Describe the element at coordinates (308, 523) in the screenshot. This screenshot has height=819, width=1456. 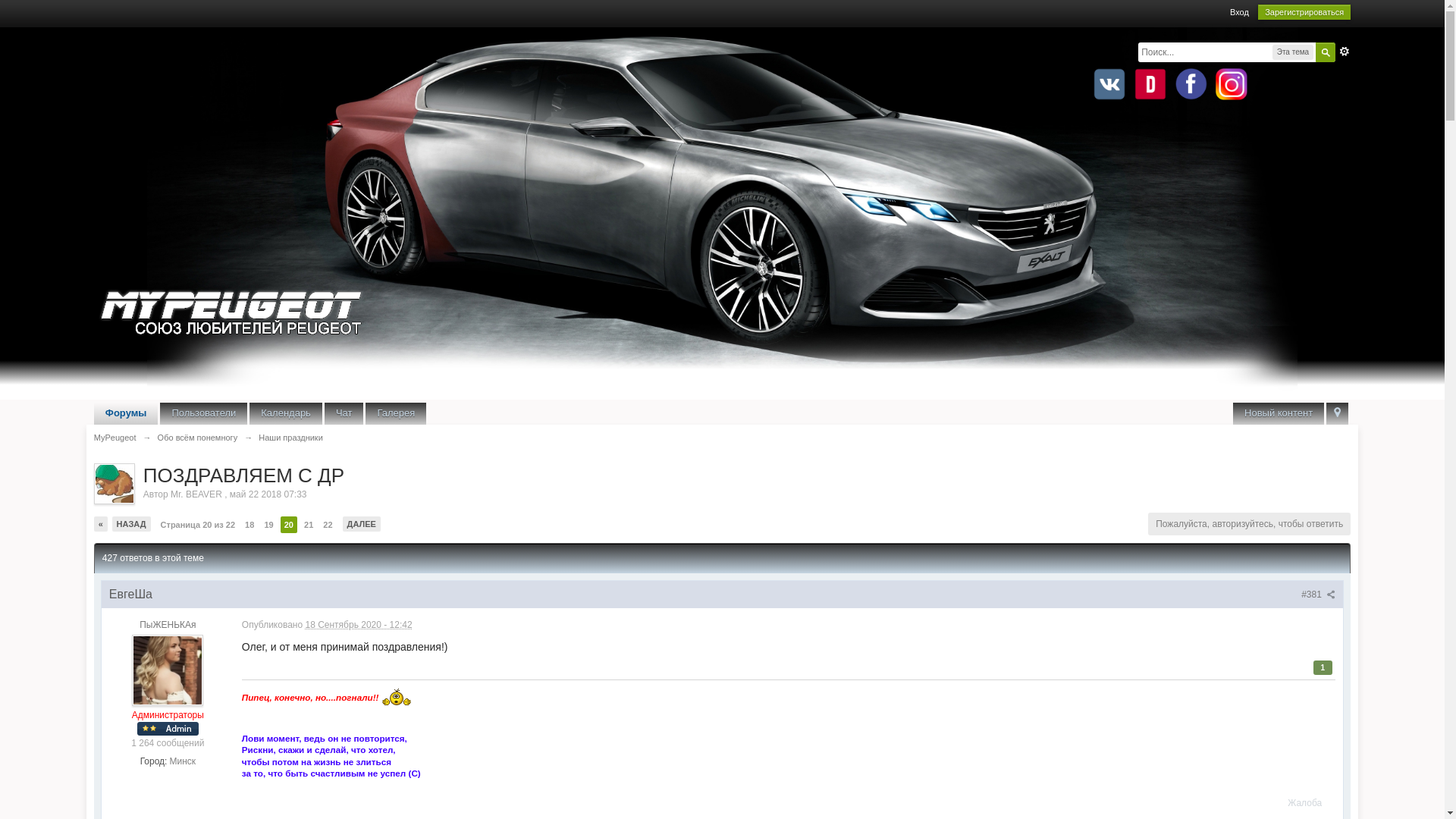
I see `'21'` at that location.